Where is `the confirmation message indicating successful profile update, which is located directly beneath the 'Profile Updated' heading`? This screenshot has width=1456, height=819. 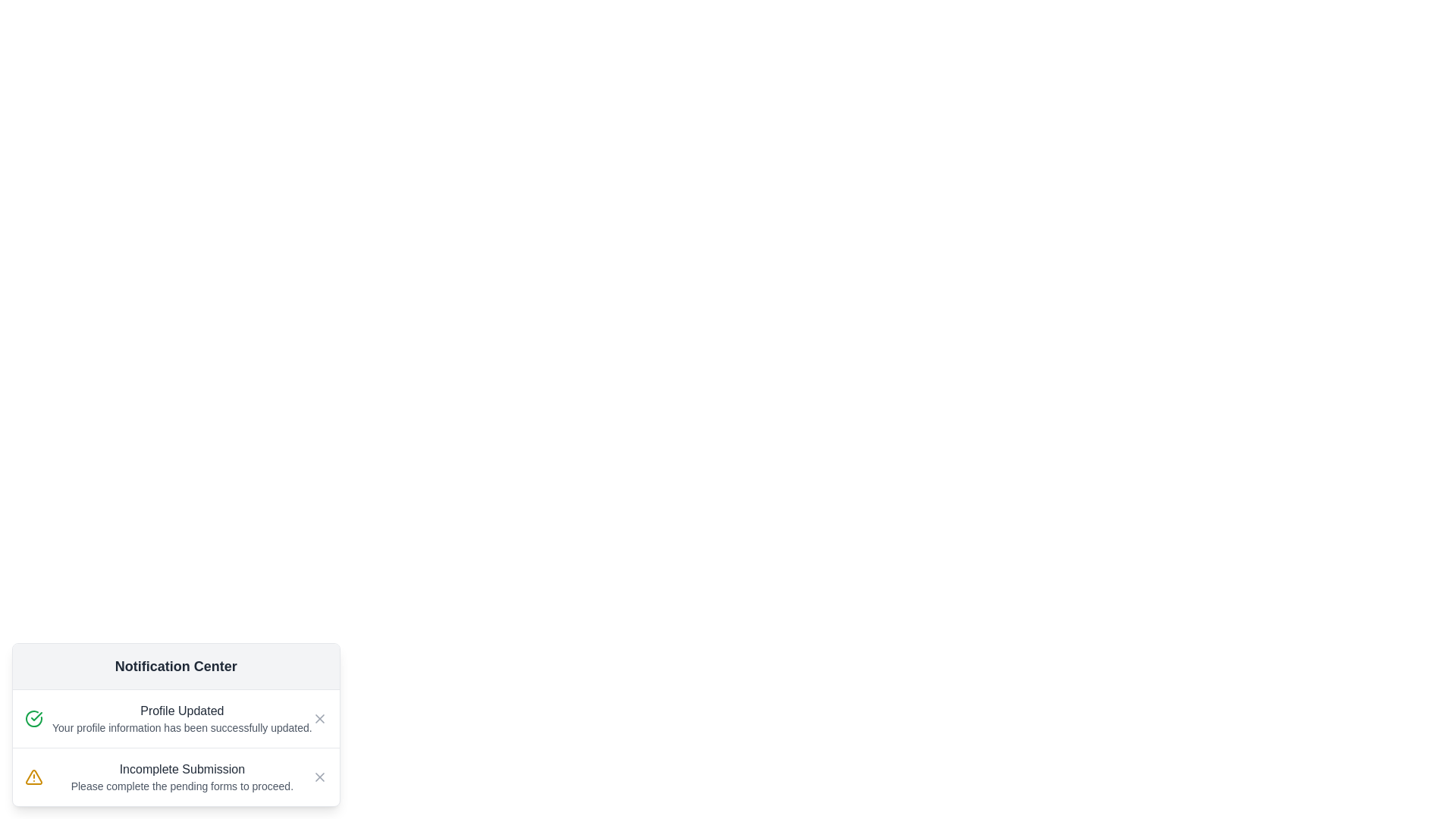 the confirmation message indicating successful profile update, which is located directly beneath the 'Profile Updated' heading is located at coordinates (182, 727).